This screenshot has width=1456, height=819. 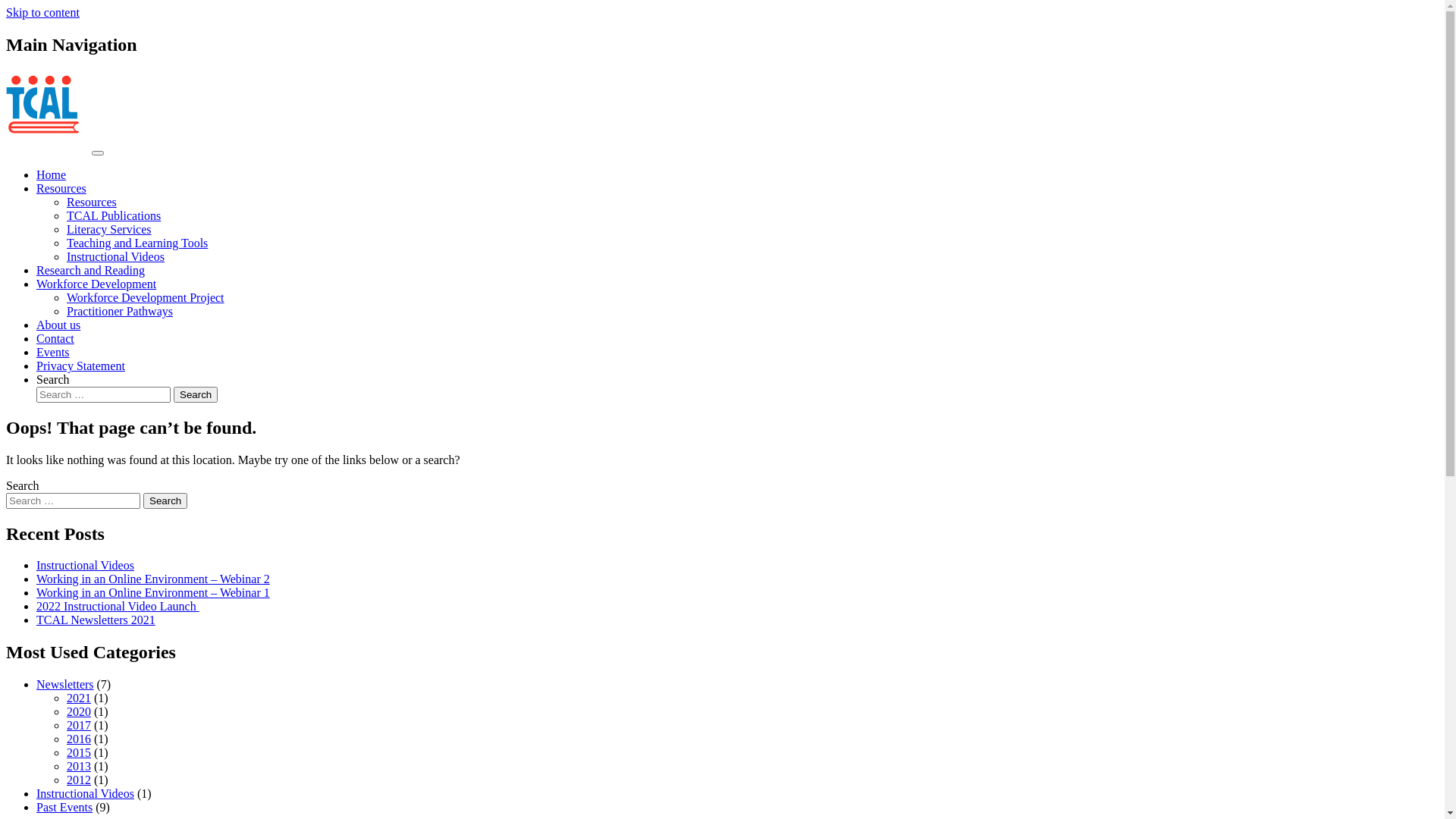 I want to click on 'Resources', so click(x=90, y=201).